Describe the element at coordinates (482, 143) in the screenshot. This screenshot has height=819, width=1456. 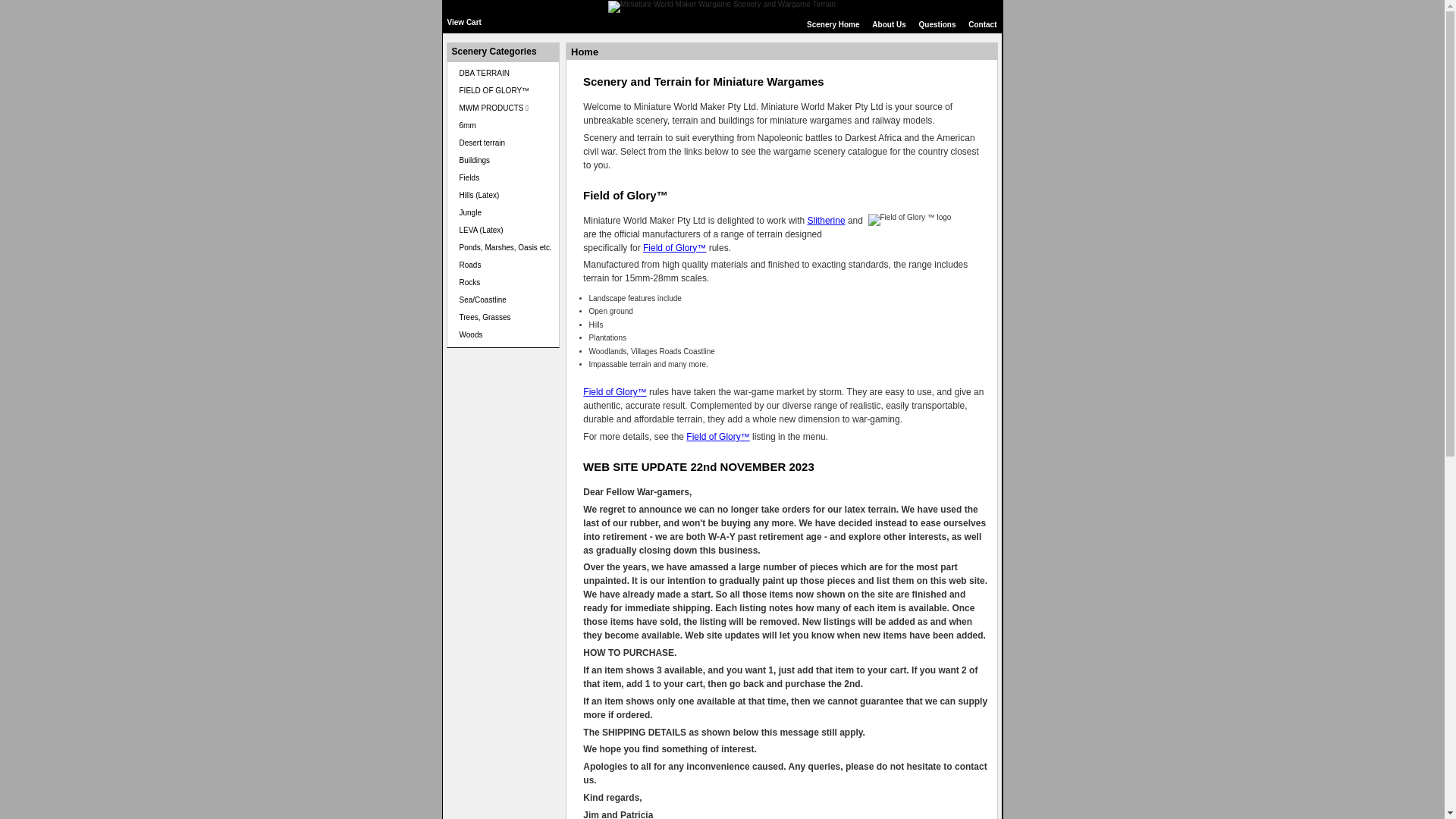
I see `'Desert terrain'` at that location.